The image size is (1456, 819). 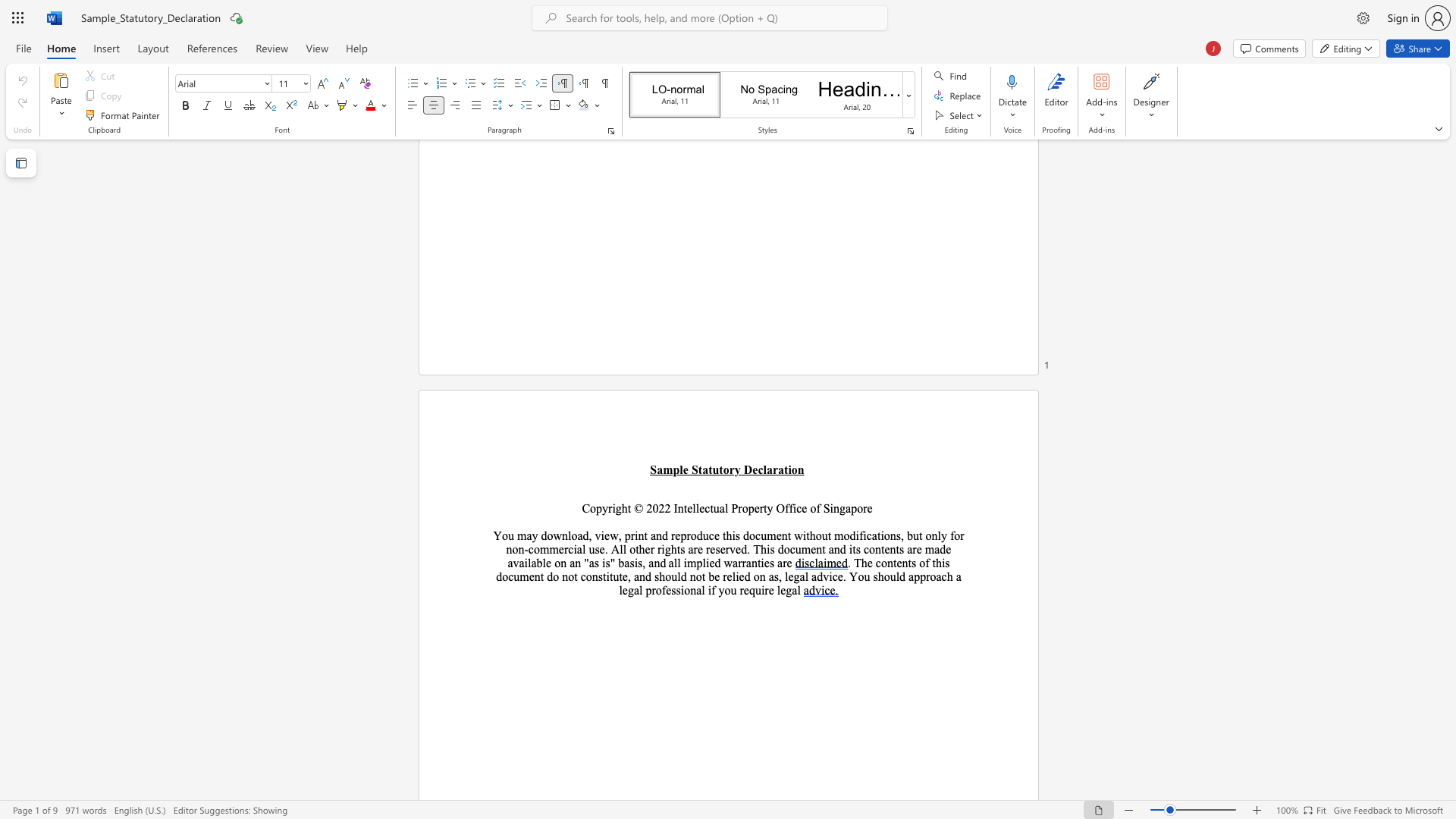 I want to click on the subset text "The contents of this do" within the text ". The contents of this document", so click(x=853, y=563).